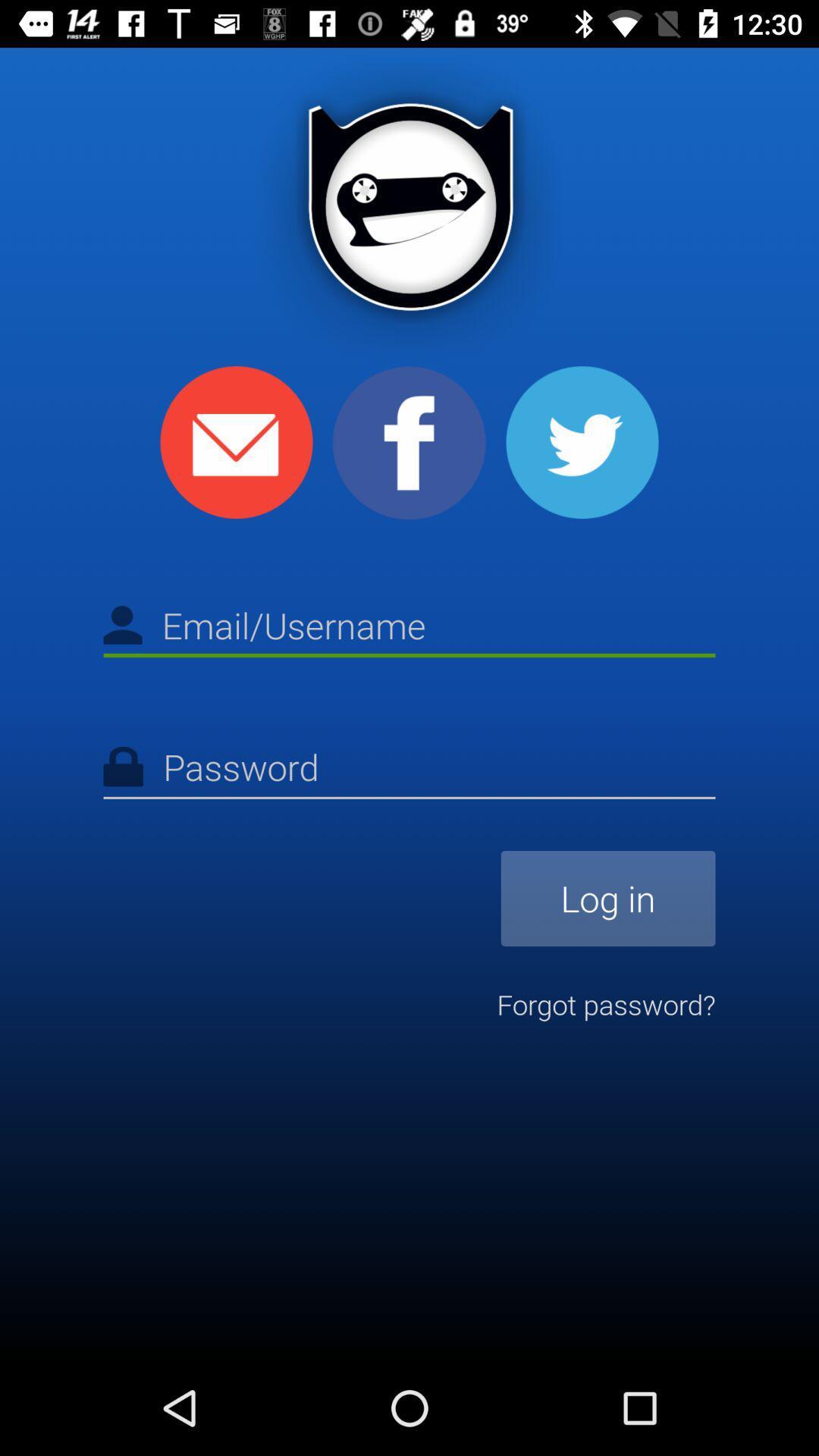 Image resolution: width=819 pixels, height=1456 pixels. I want to click on icon above forgot password?, so click(607, 899).